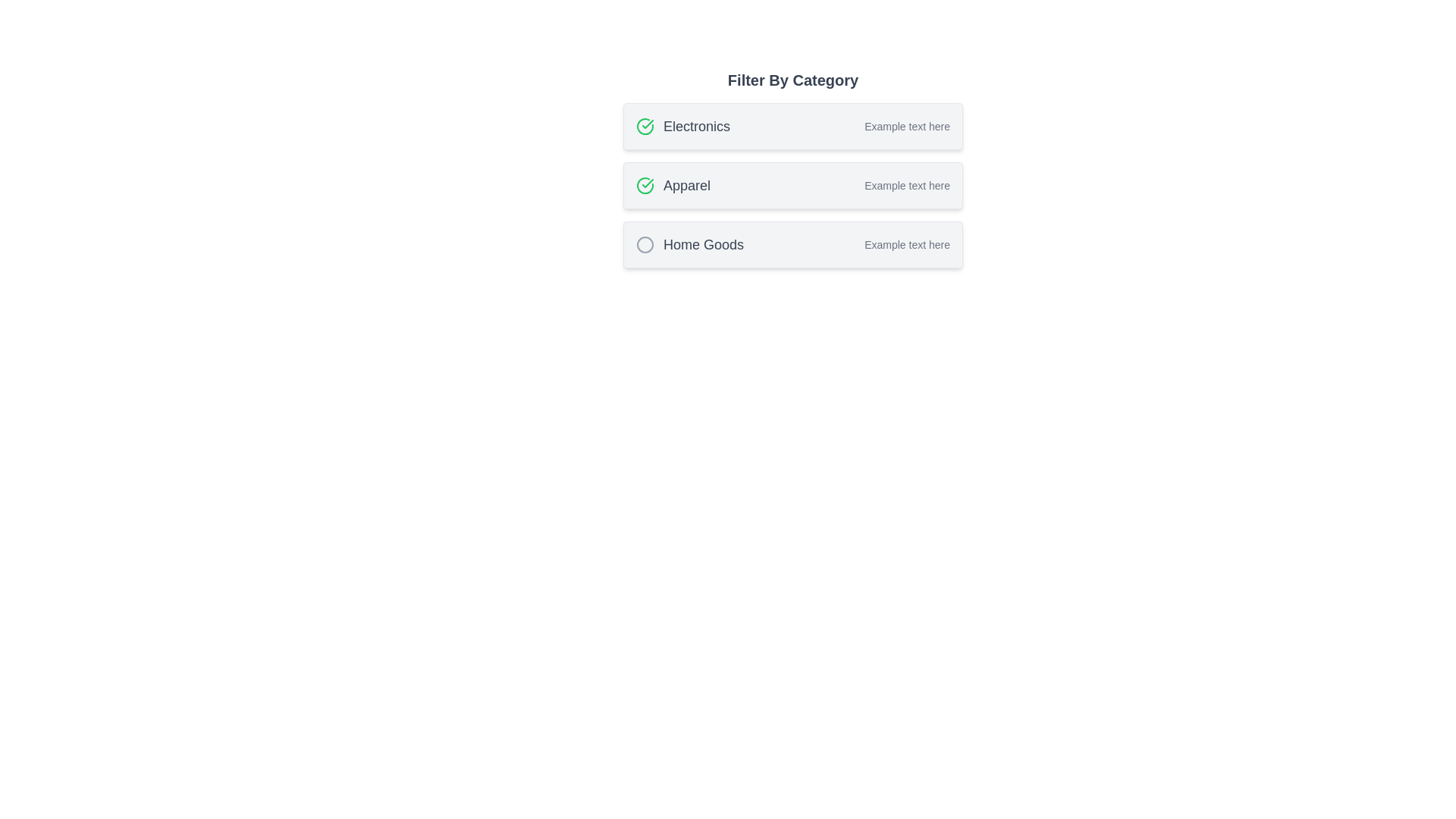 The image size is (1456, 819). I want to click on the circular icon with a checkmark inside, which is styled with a thin border and filled with green, so click(645, 125).